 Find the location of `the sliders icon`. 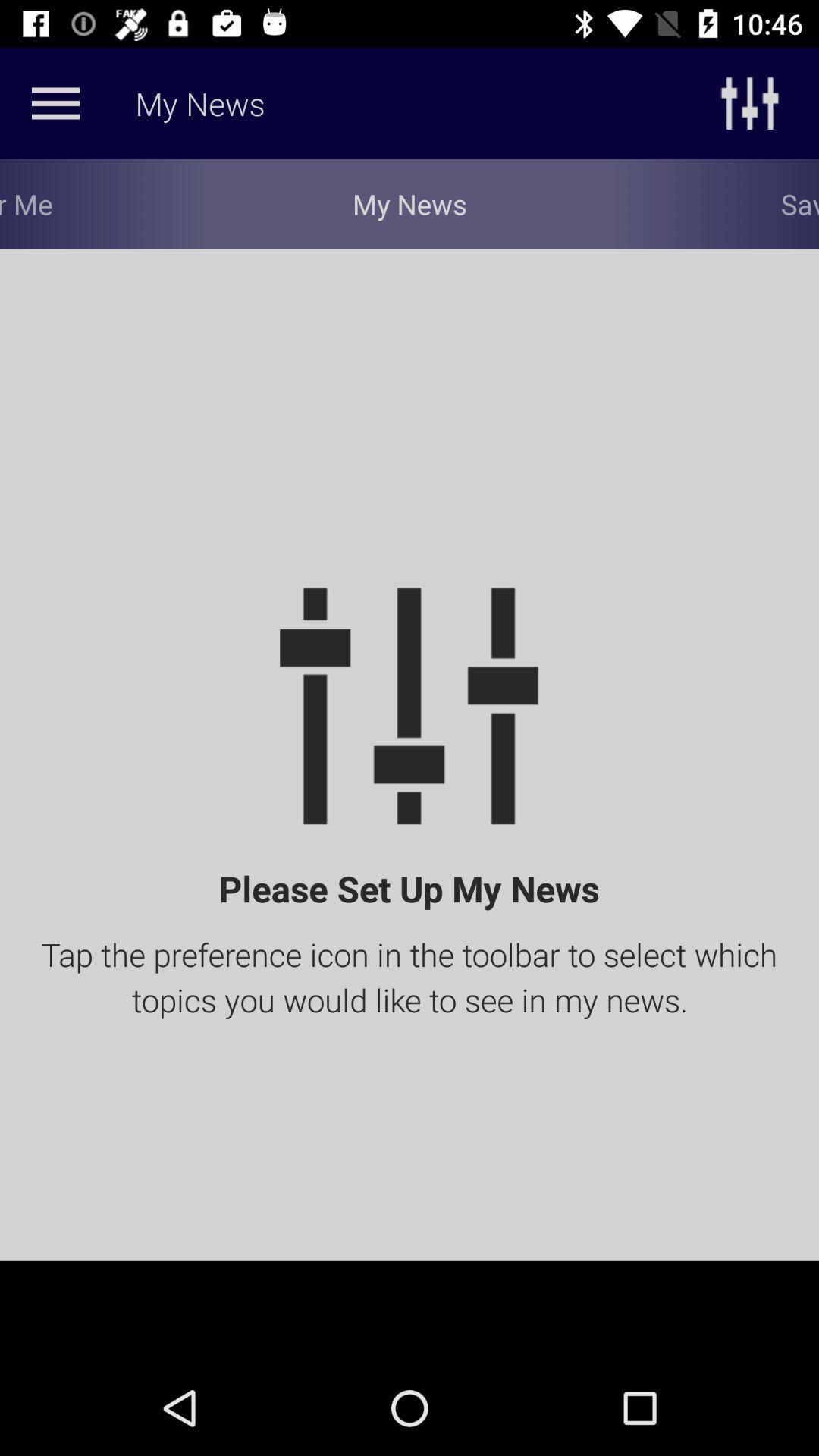

the sliders icon is located at coordinates (748, 102).